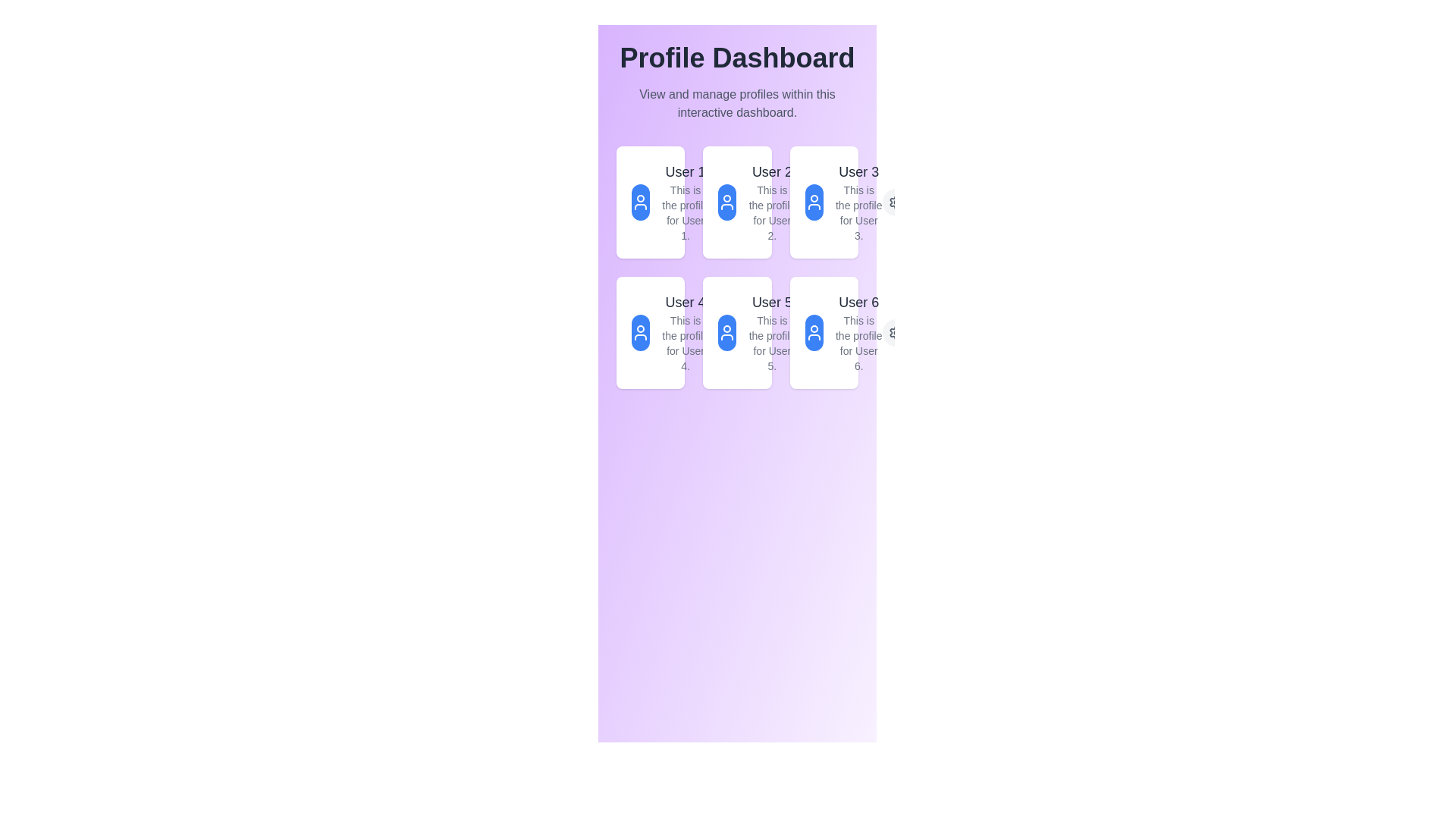 The width and height of the screenshot is (1456, 819). Describe the element at coordinates (685, 201) in the screenshot. I see `the text block titled 'User 1' which includes the description 'This is the profile for User 1.' located in the top left corner of the profile dashboard` at that location.